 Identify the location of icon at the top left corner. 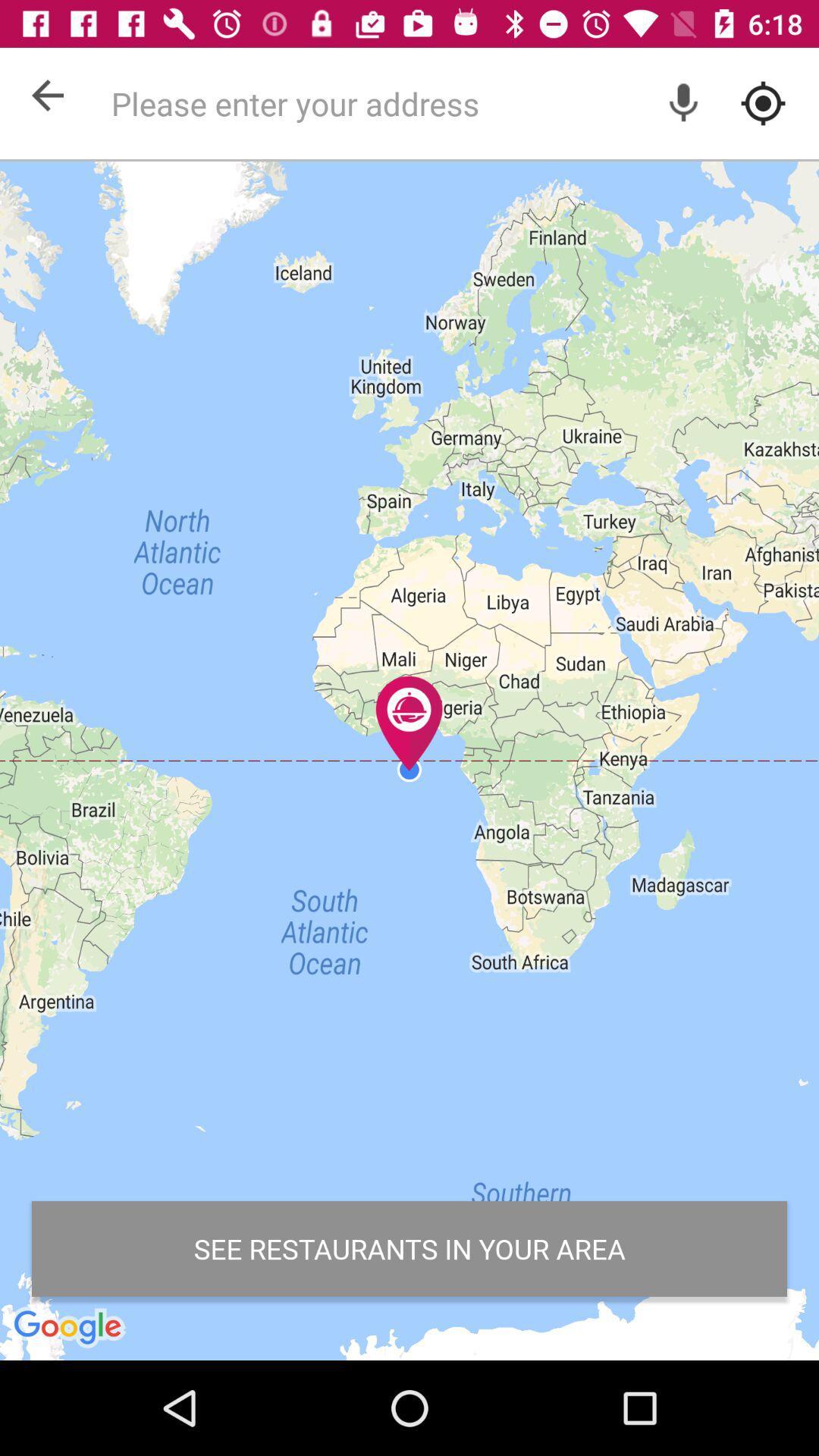
(46, 94).